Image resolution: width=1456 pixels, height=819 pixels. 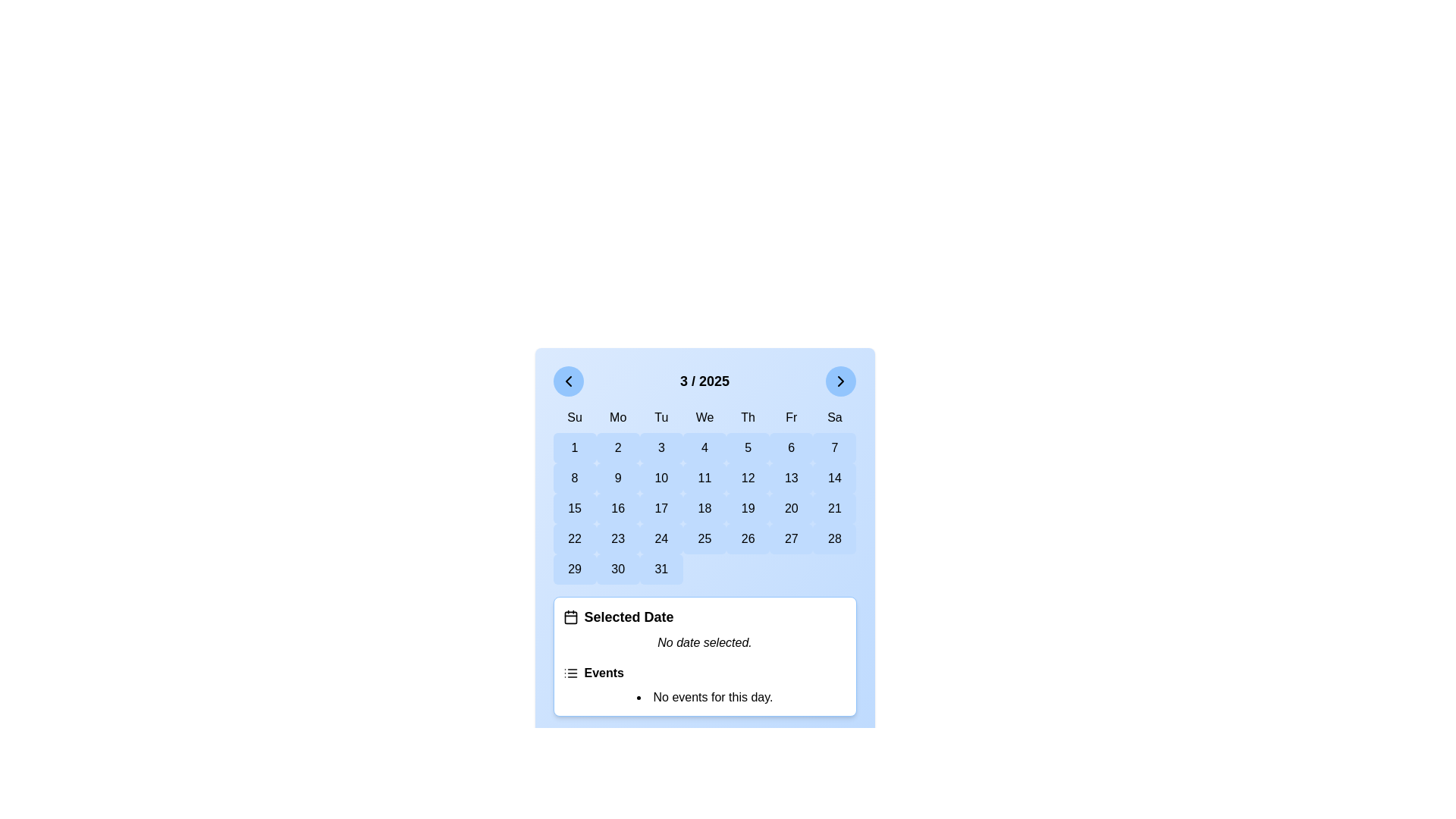 What do you see at coordinates (833, 509) in the screenshot?
I see `the button labeled '21' in the calendar grid for March 2025` at bounding box center [833, 509].